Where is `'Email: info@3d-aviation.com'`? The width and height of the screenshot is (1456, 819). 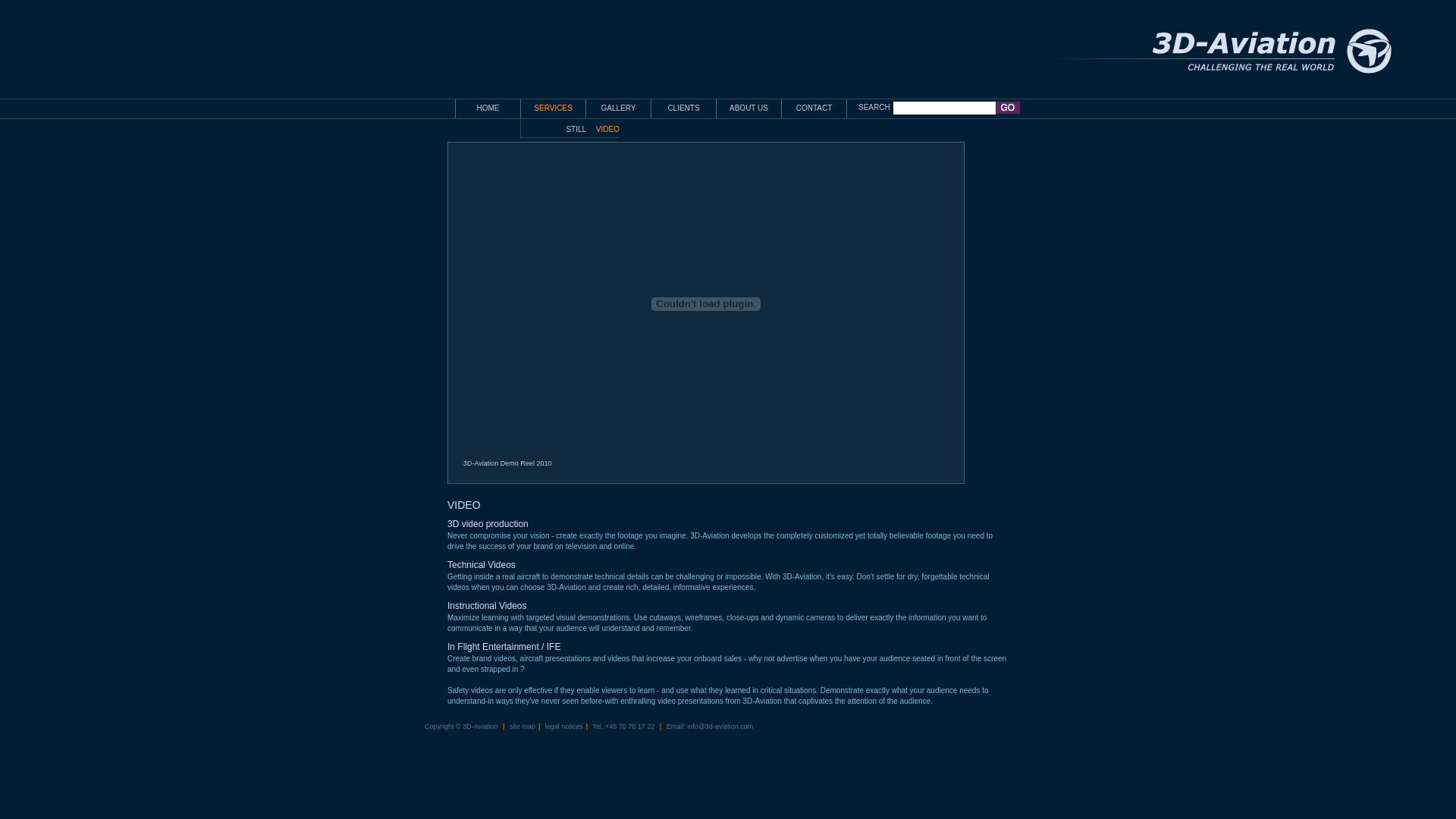 'Email: info@3d-aviation.com' is located at coordinates (708, 725).